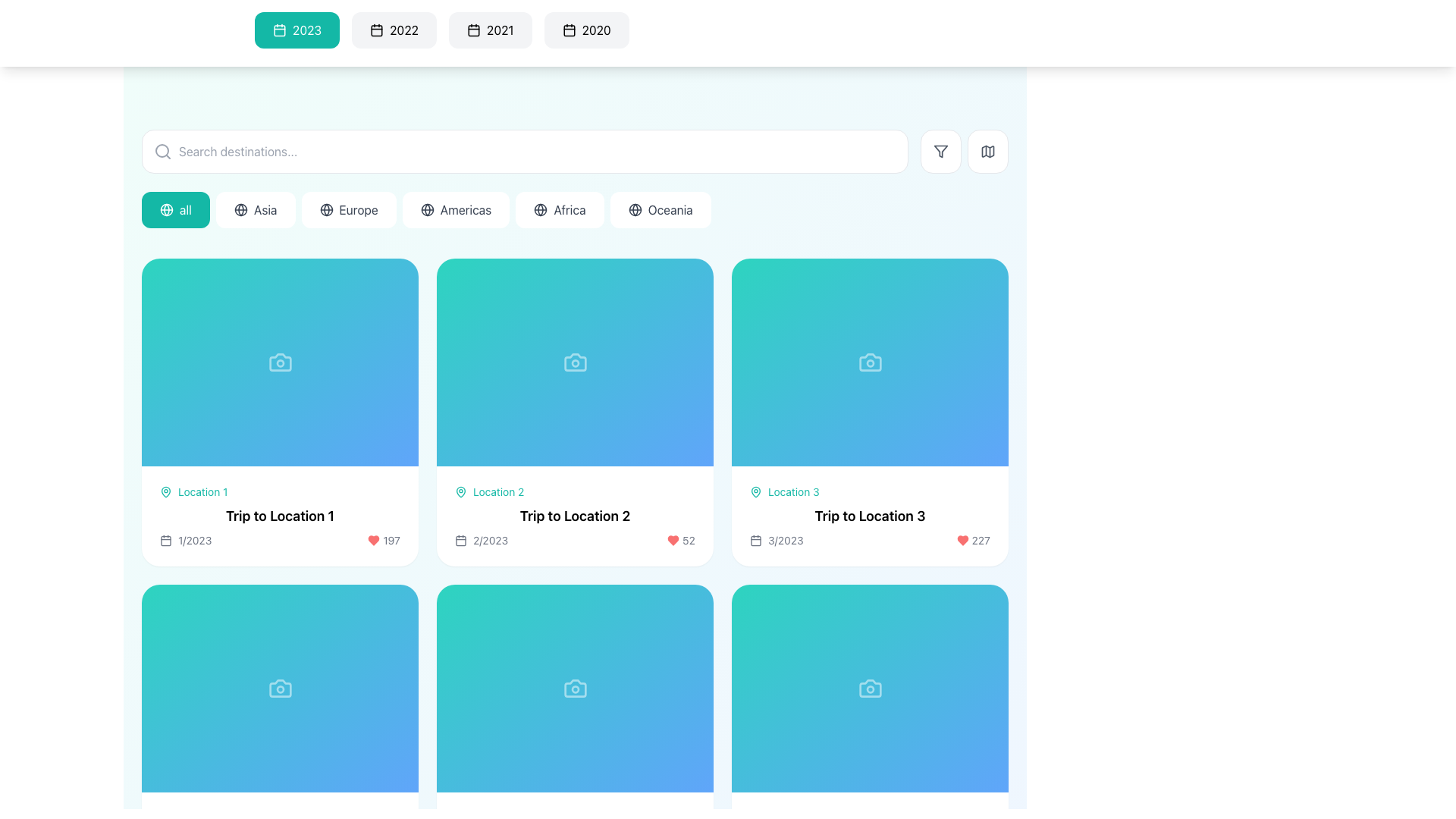  What do you see at coordinates (280, 30) in the screenshot?
I see `the calendar year selection button labeled '2023'` at bounding box center [280, 30].